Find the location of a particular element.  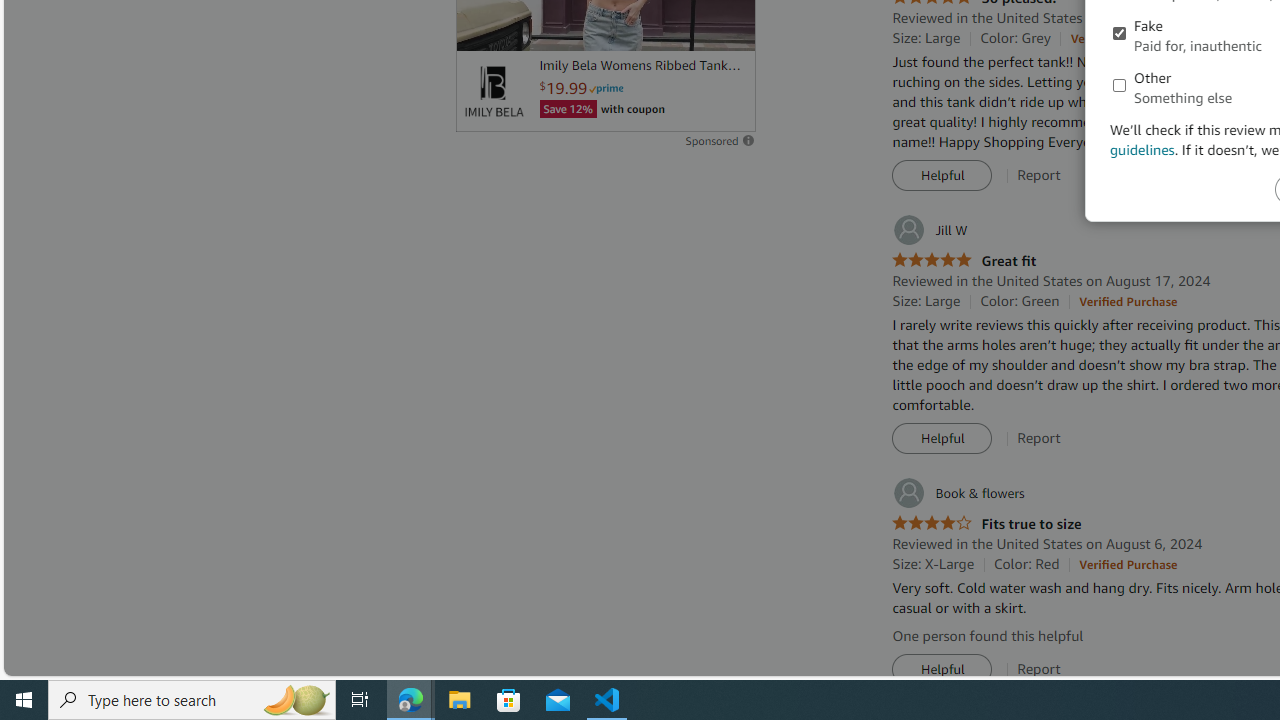

'Report' is located at coordinates (1039, 669).